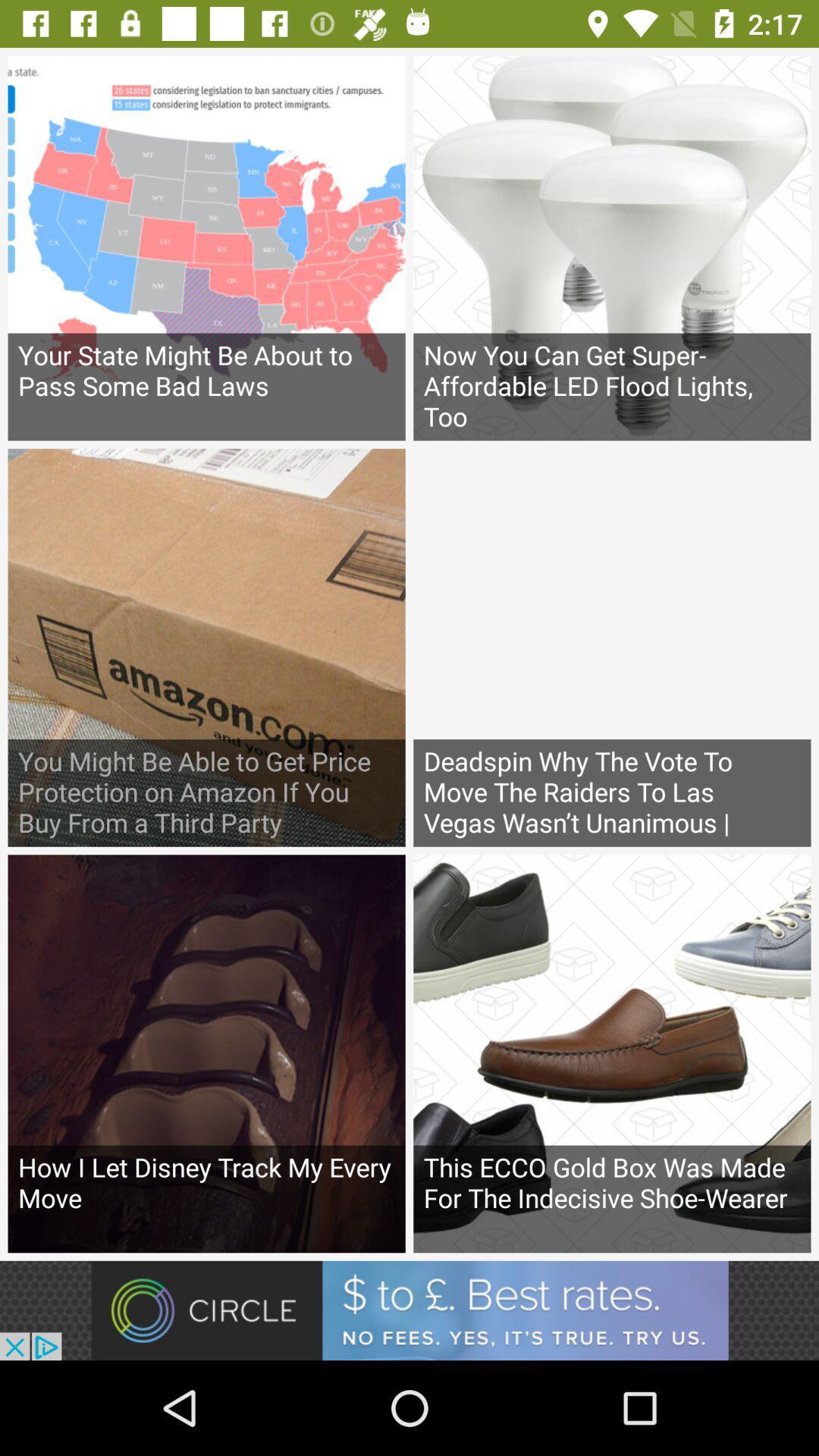 The height and width of the screenshot is (1456, 819). Describe the element at coordinates (611, 1053) in the screenshot. I see `the second image which is in the third row` at that location.